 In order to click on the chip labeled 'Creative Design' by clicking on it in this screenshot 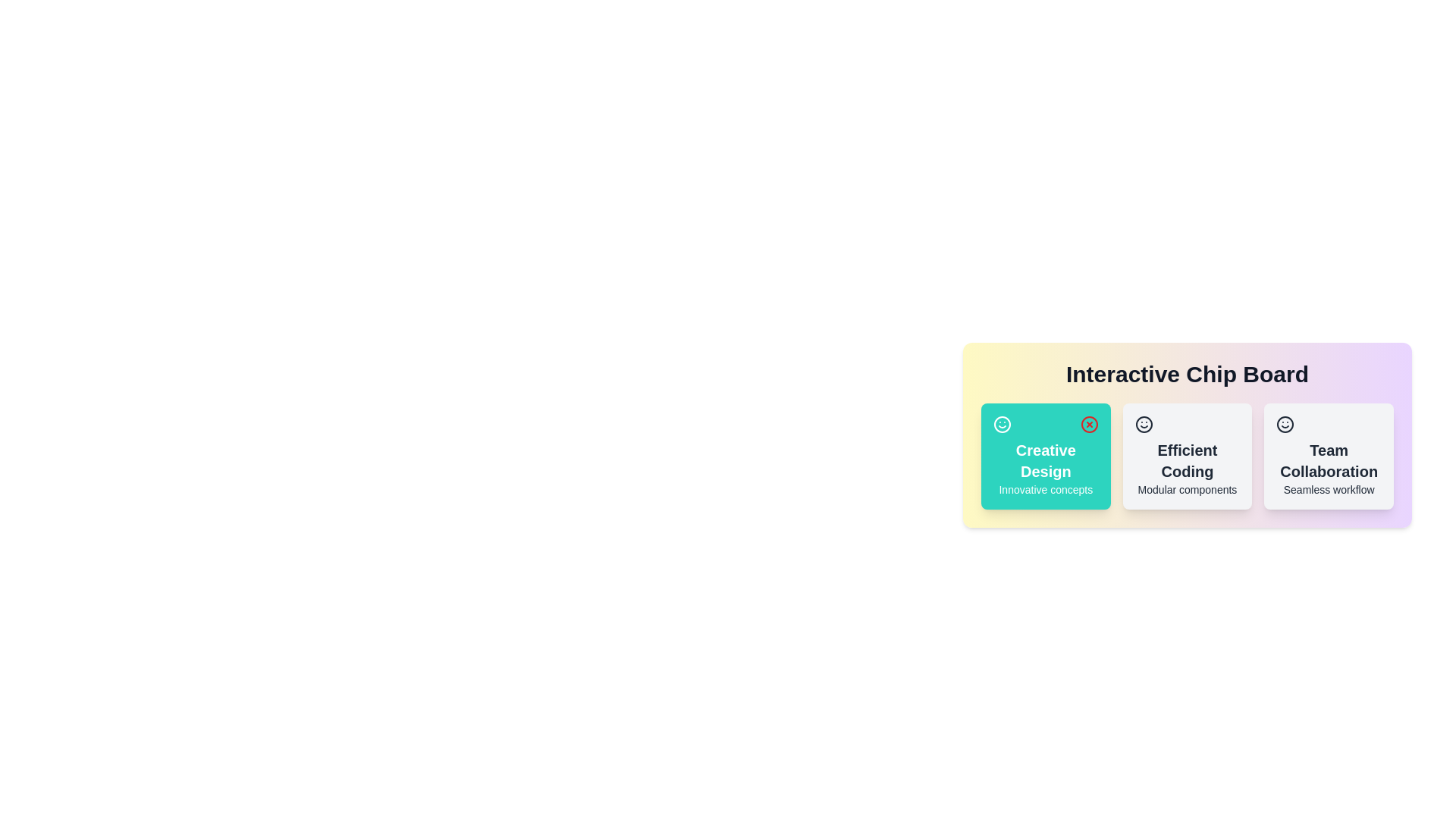, I will do `click(1044, 455)`.